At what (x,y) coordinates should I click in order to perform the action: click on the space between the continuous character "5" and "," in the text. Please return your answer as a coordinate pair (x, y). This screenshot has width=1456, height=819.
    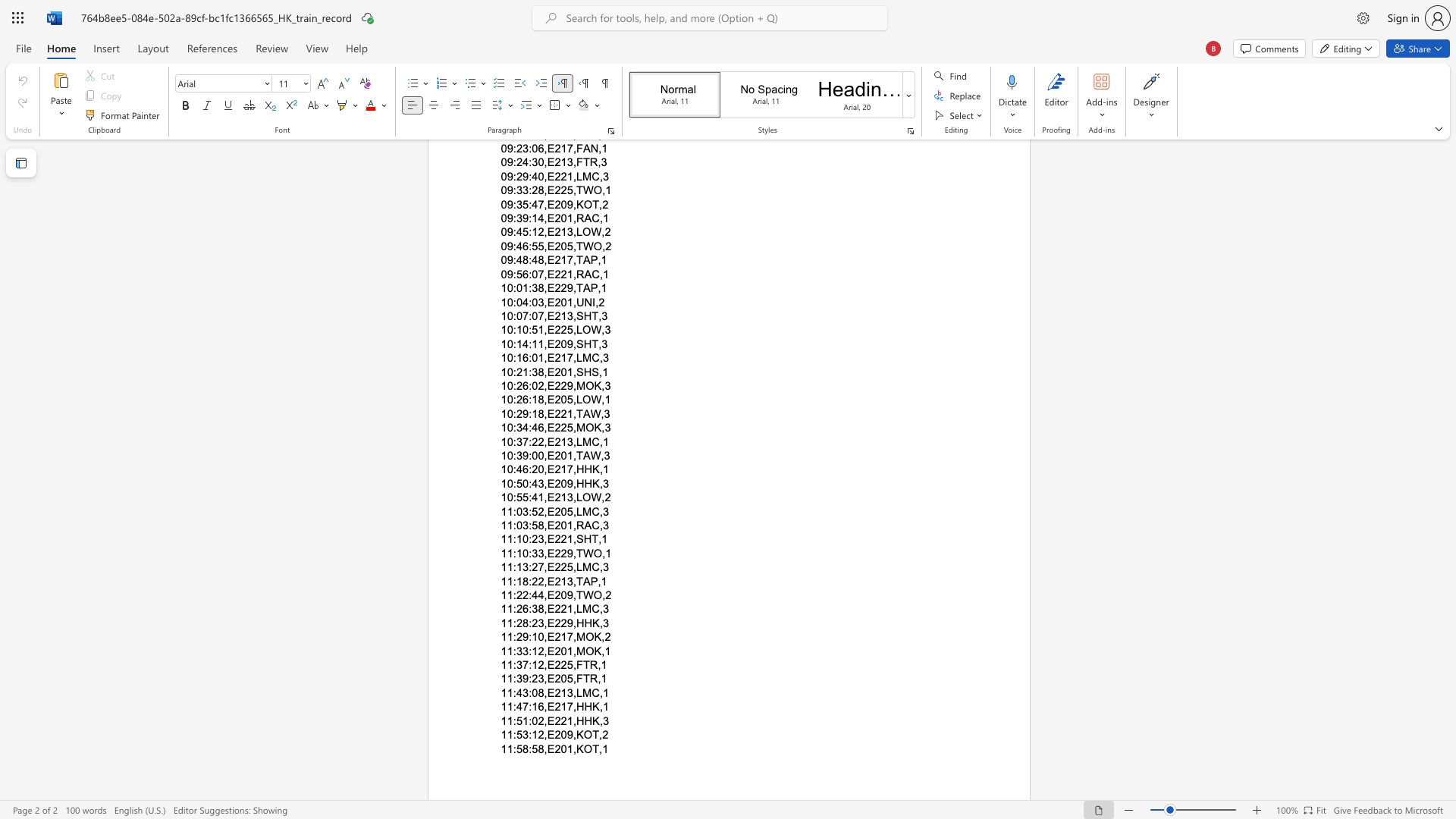
    Looking at the image, I should click on (571, 567).